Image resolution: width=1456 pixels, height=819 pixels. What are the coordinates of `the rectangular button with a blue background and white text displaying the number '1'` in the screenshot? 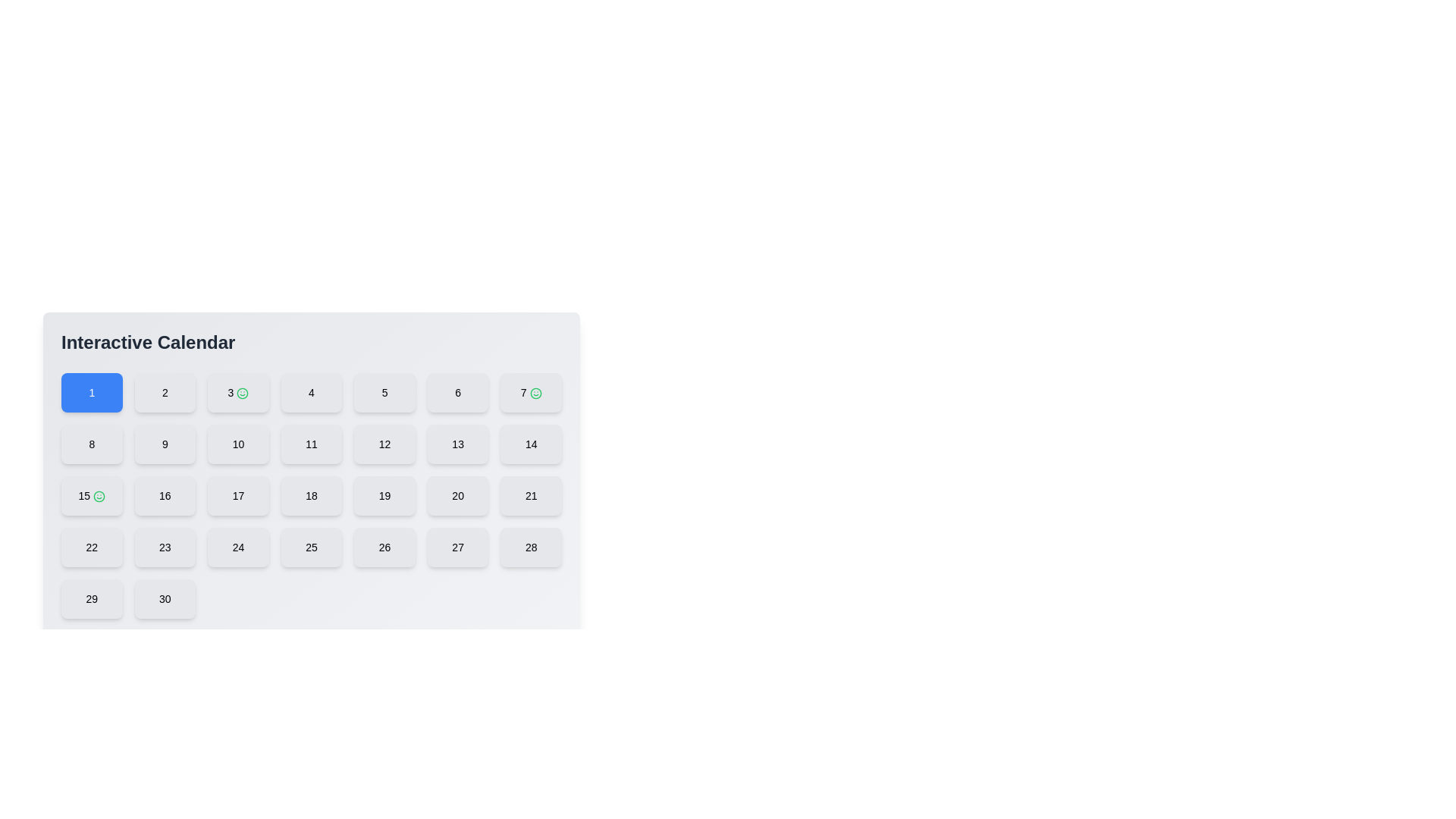 It's located at (91, 391).